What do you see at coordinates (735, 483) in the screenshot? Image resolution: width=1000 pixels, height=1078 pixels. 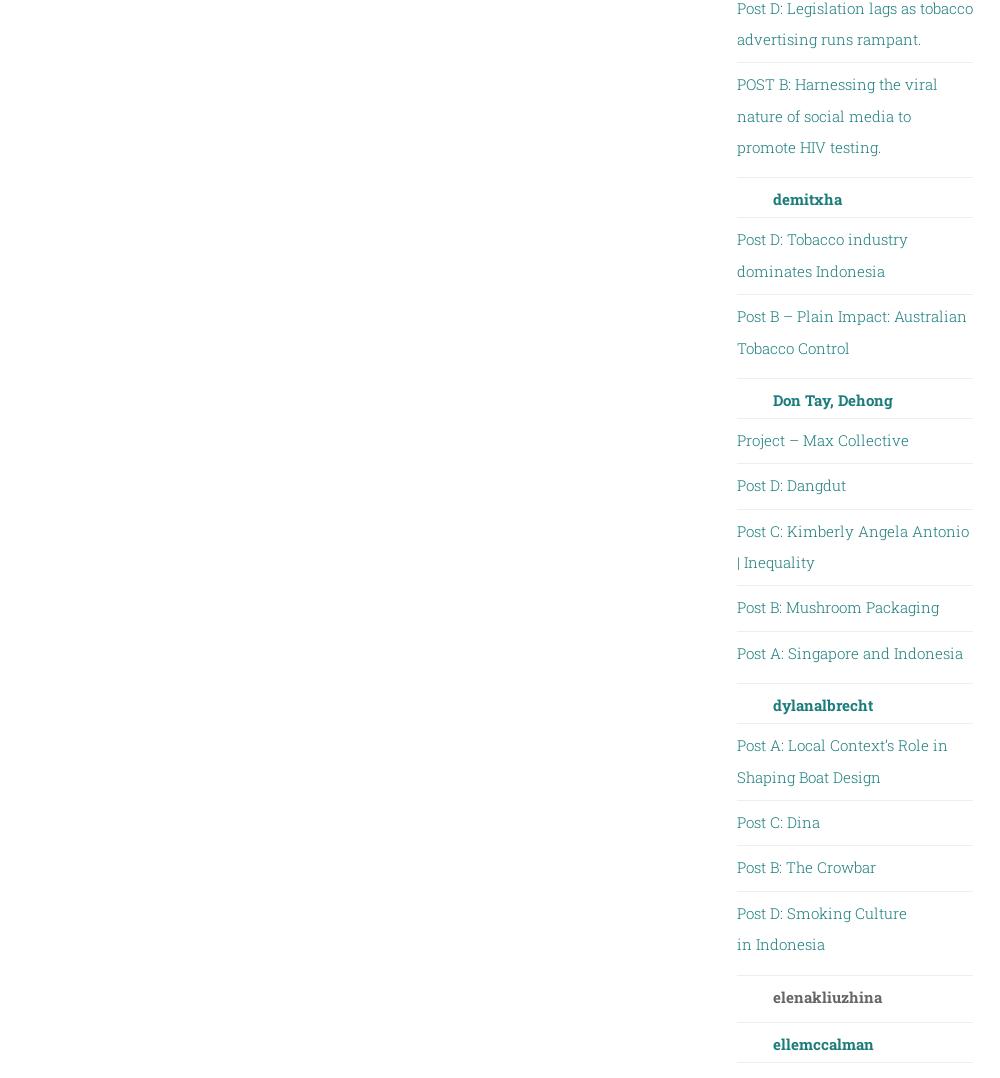 I see `'Post D: Dangdut'` at bounding box center [735, 483].